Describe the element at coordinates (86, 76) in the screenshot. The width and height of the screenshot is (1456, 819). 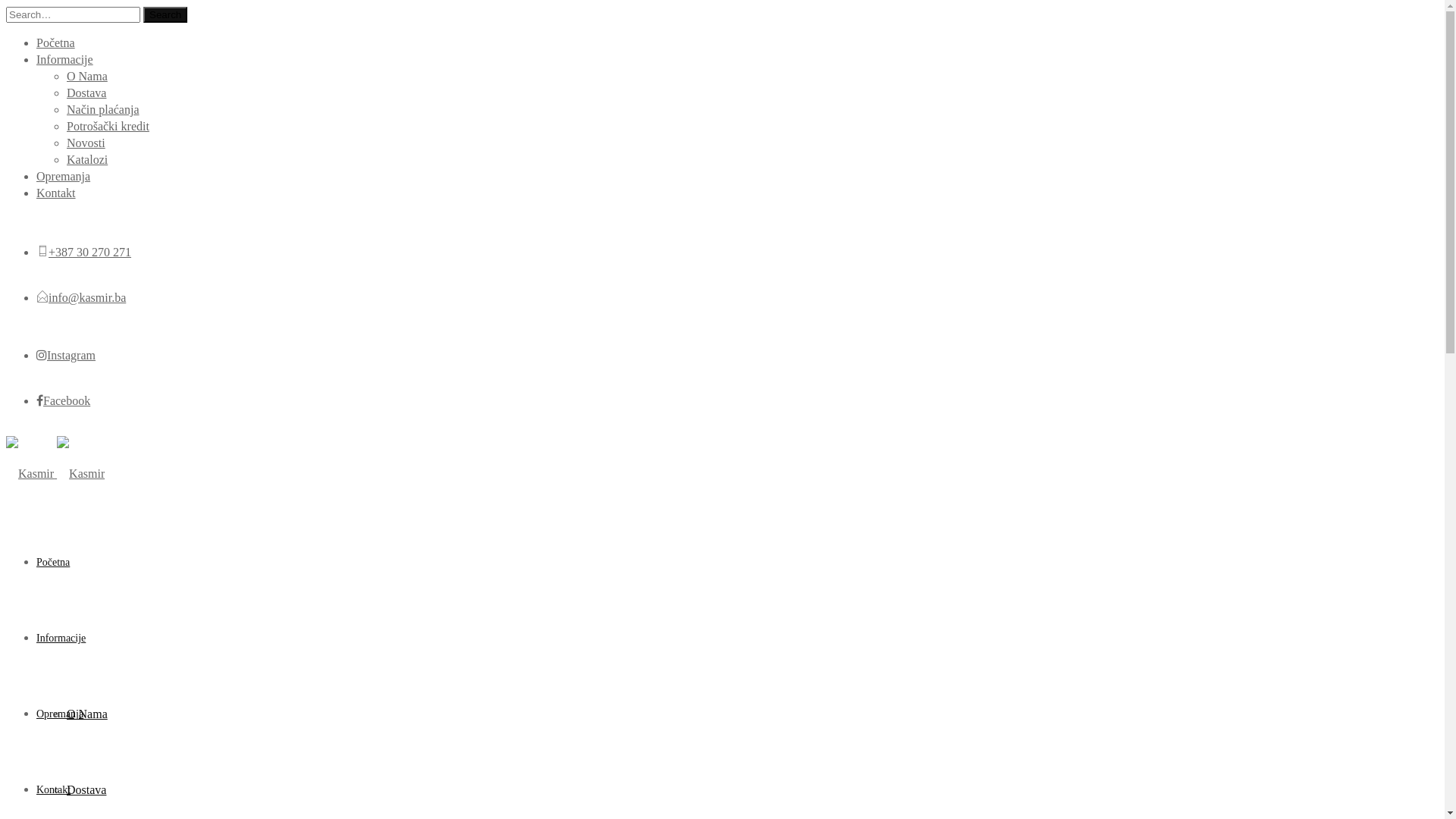
I see `'O Nama'` at that location.